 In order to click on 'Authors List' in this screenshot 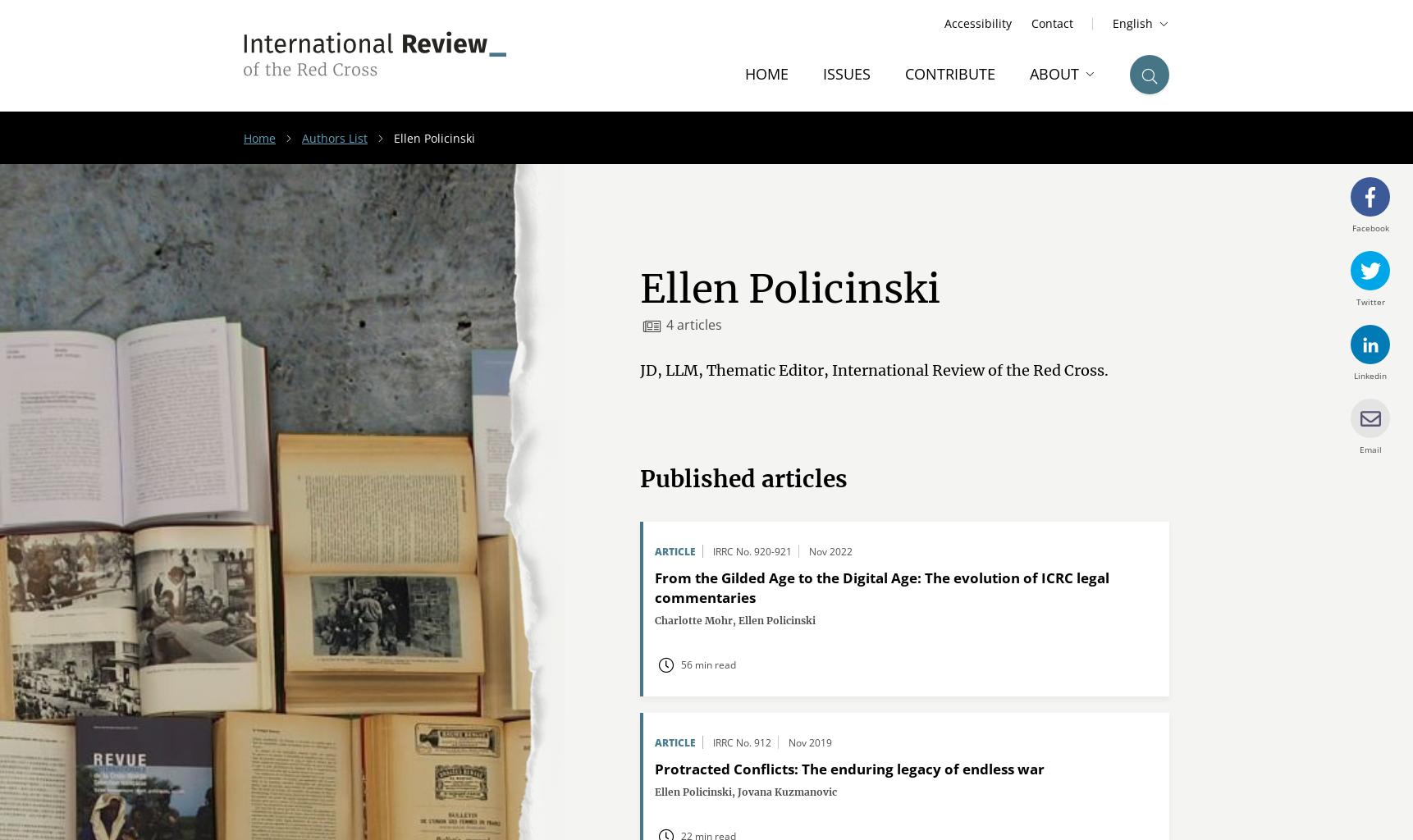, I will do `click(334, 136)`.